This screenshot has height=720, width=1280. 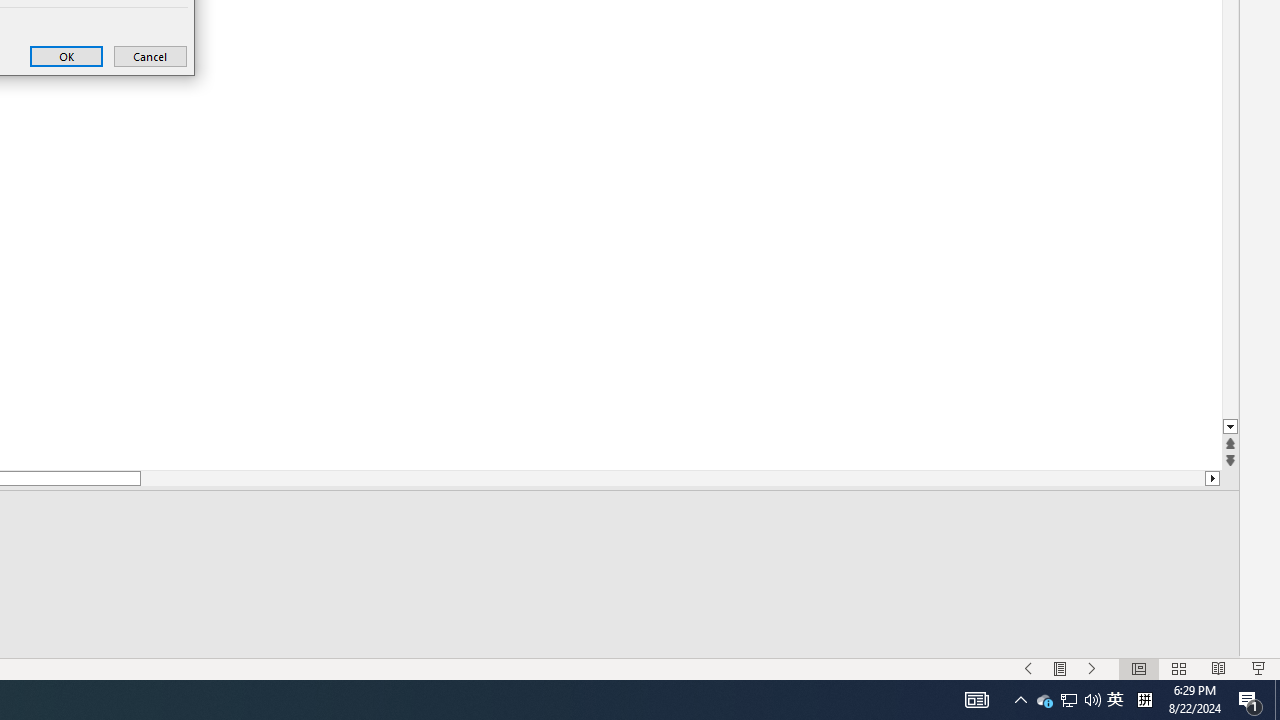 I want to click on 'Slide Show Next On', so click(x=1091, y=669).